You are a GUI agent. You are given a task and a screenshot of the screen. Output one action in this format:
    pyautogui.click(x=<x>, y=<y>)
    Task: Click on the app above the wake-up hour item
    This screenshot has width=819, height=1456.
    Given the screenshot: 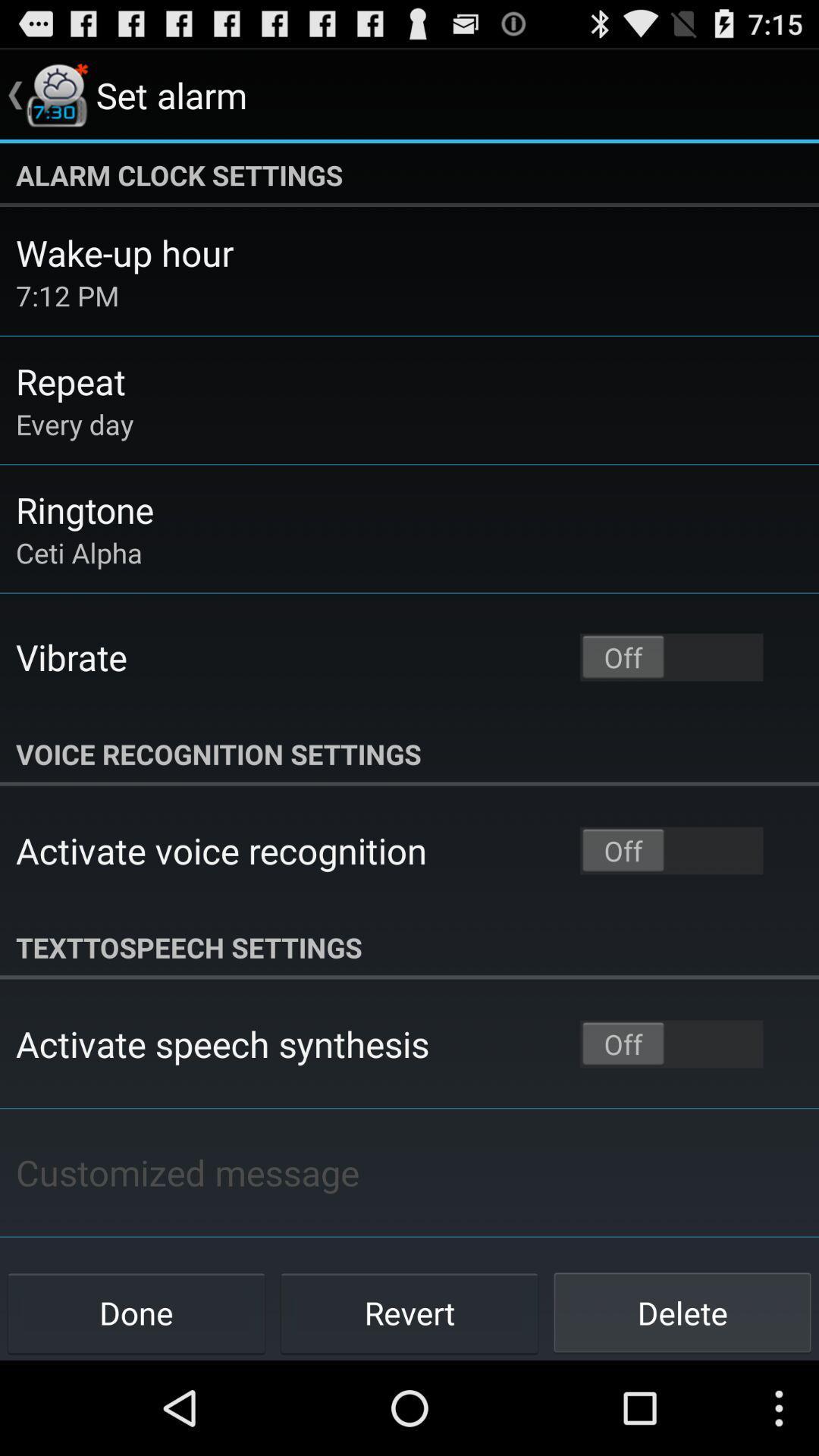 What is the action you would take?
    pyautogui.click(x=409, y=174)
    